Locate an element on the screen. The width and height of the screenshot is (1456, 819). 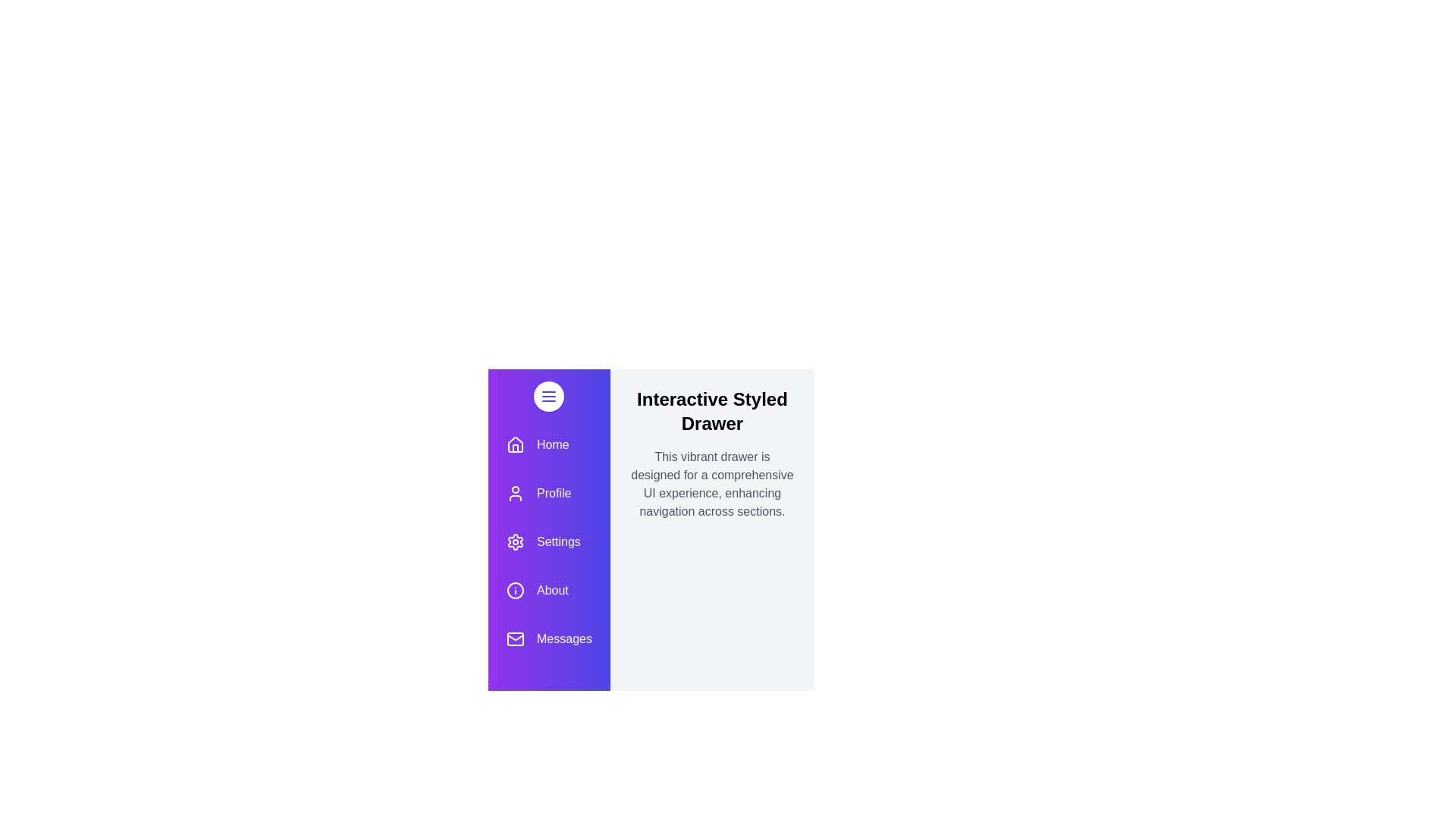
toggle button to toggle the drawer open or closed is located at coordinates (548, 396).